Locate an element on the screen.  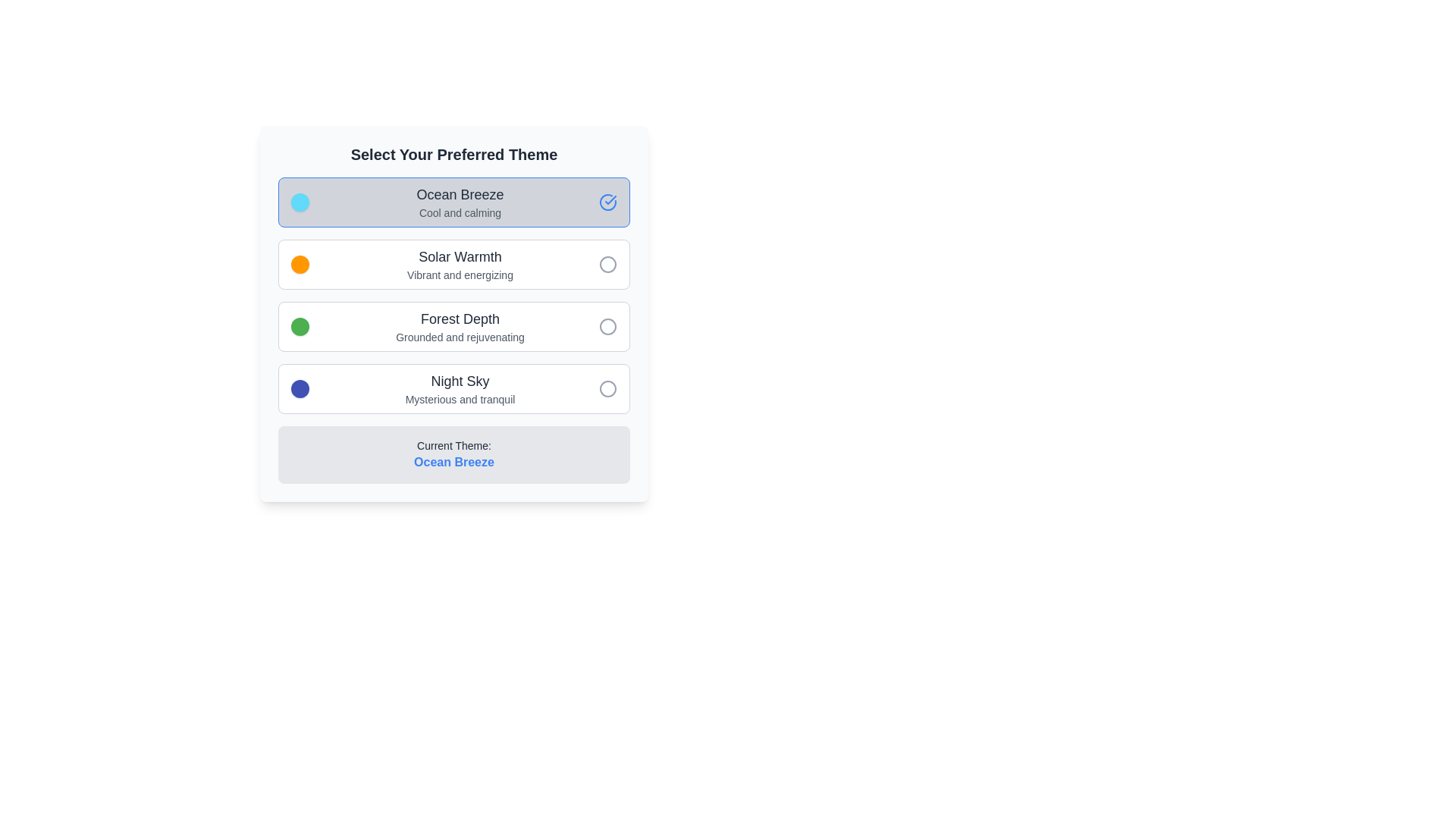
the bold, centered text that reads 'Select Your Preferred Theme,' which serves as the header for the theme selection interface is located at coordinates (453, 155).